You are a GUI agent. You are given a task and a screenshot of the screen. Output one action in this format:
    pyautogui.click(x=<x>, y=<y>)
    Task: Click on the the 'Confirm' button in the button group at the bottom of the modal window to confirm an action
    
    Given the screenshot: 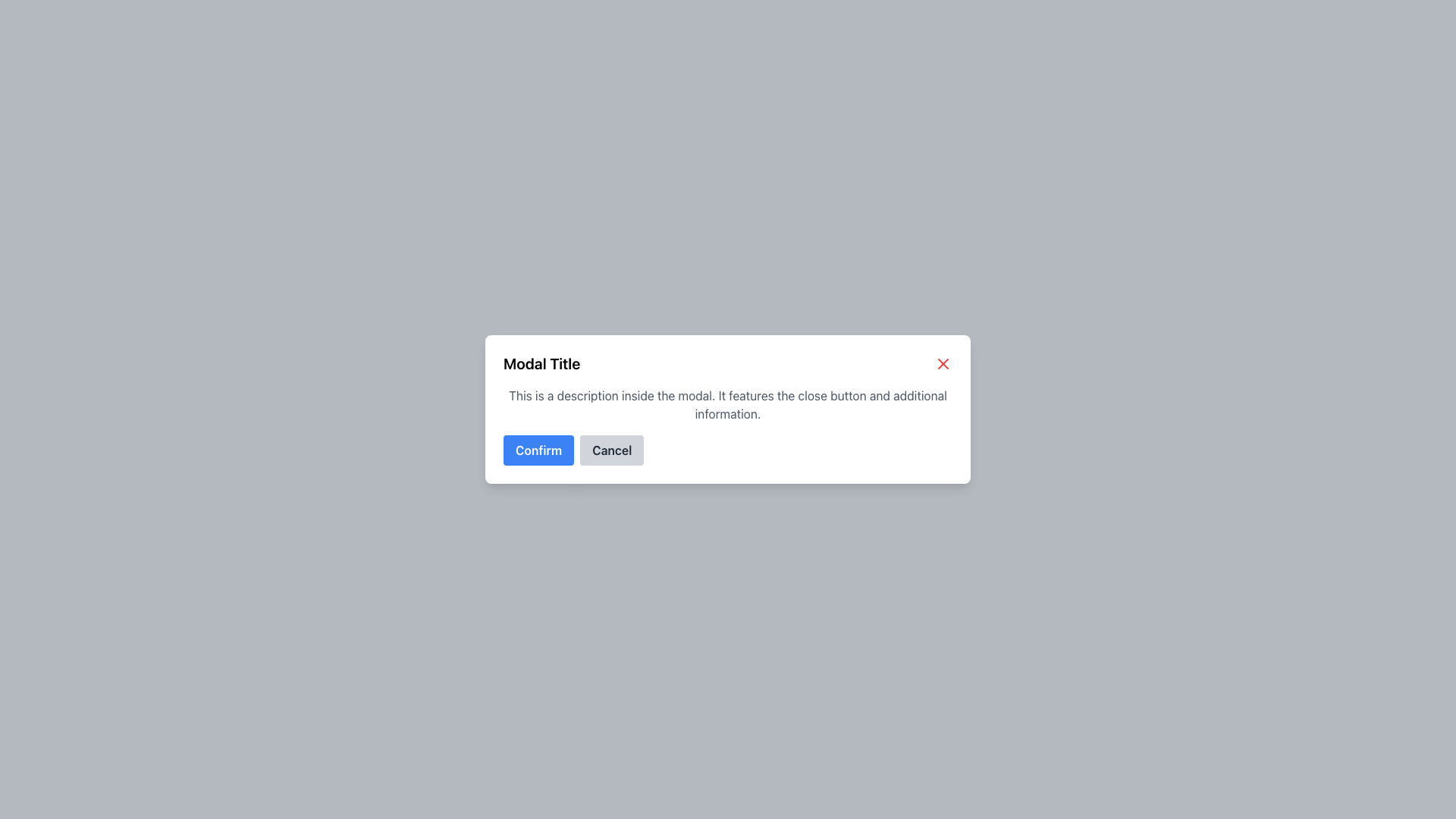 What is the action you would take?
    pyautogui.click(x=573, y=450)
    